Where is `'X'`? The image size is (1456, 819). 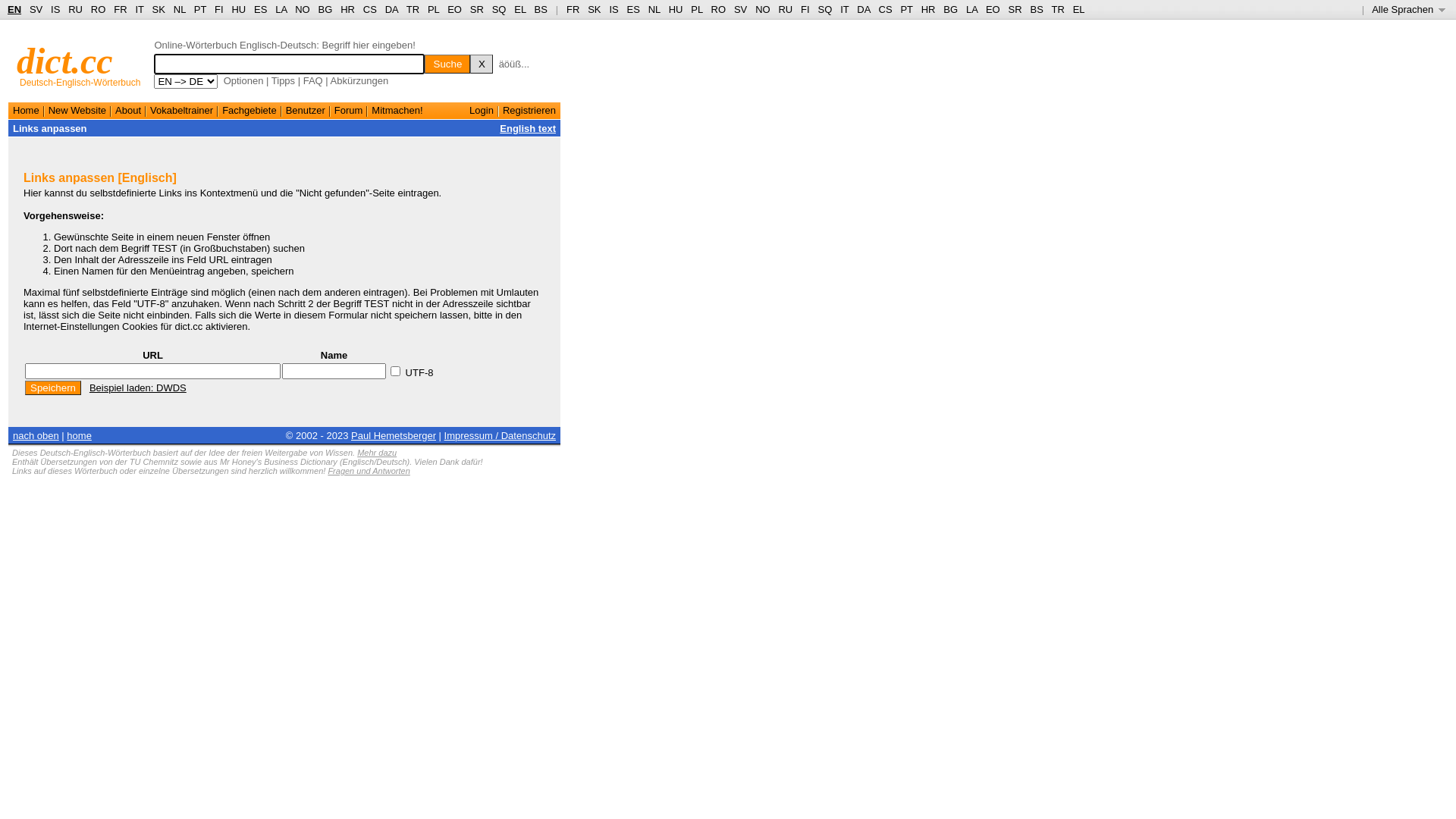
'X' is located at coordinates (480, 63).